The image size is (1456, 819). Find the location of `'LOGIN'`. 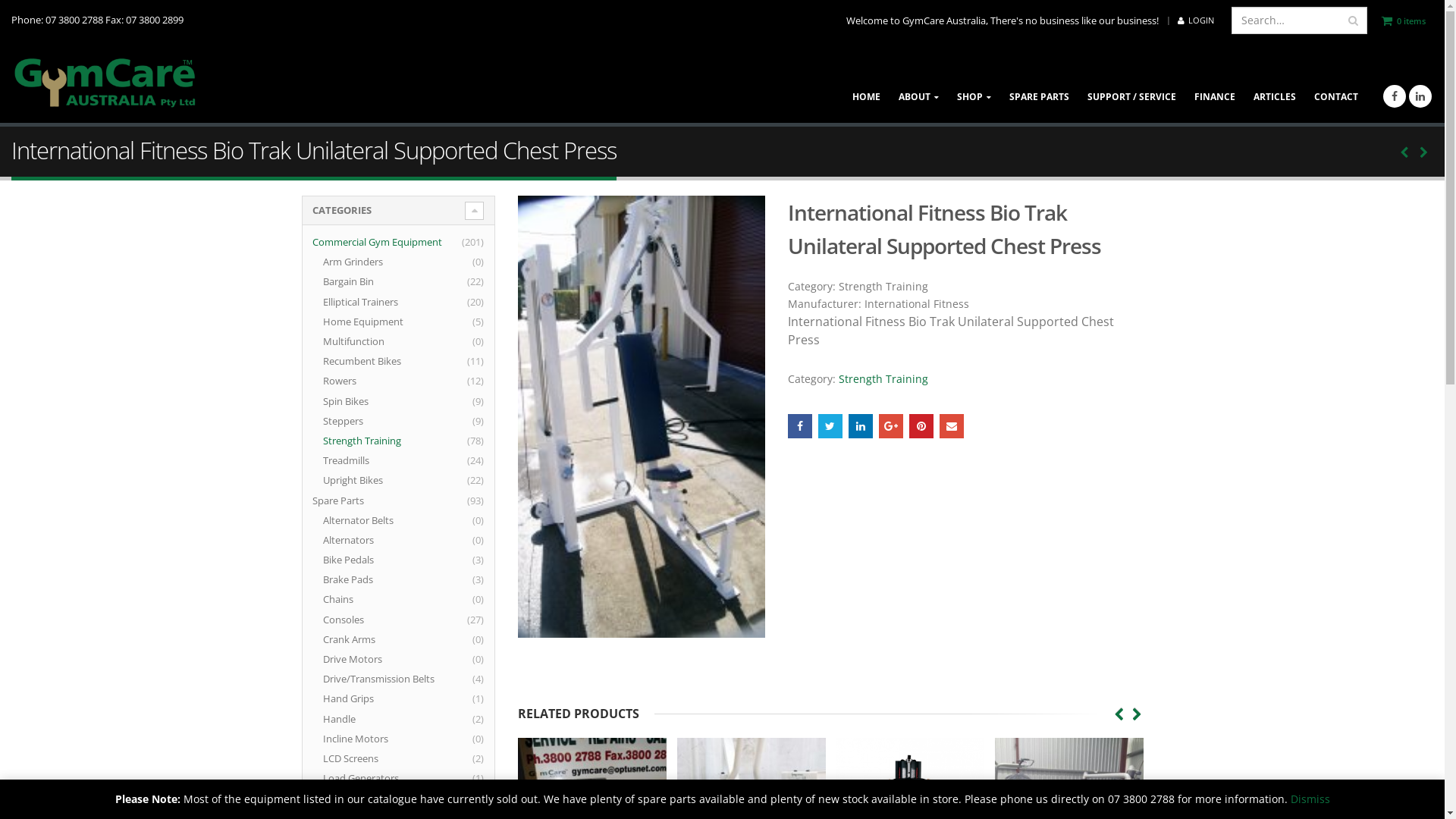

'LOGIN' is located at coordinates (1195, 20).